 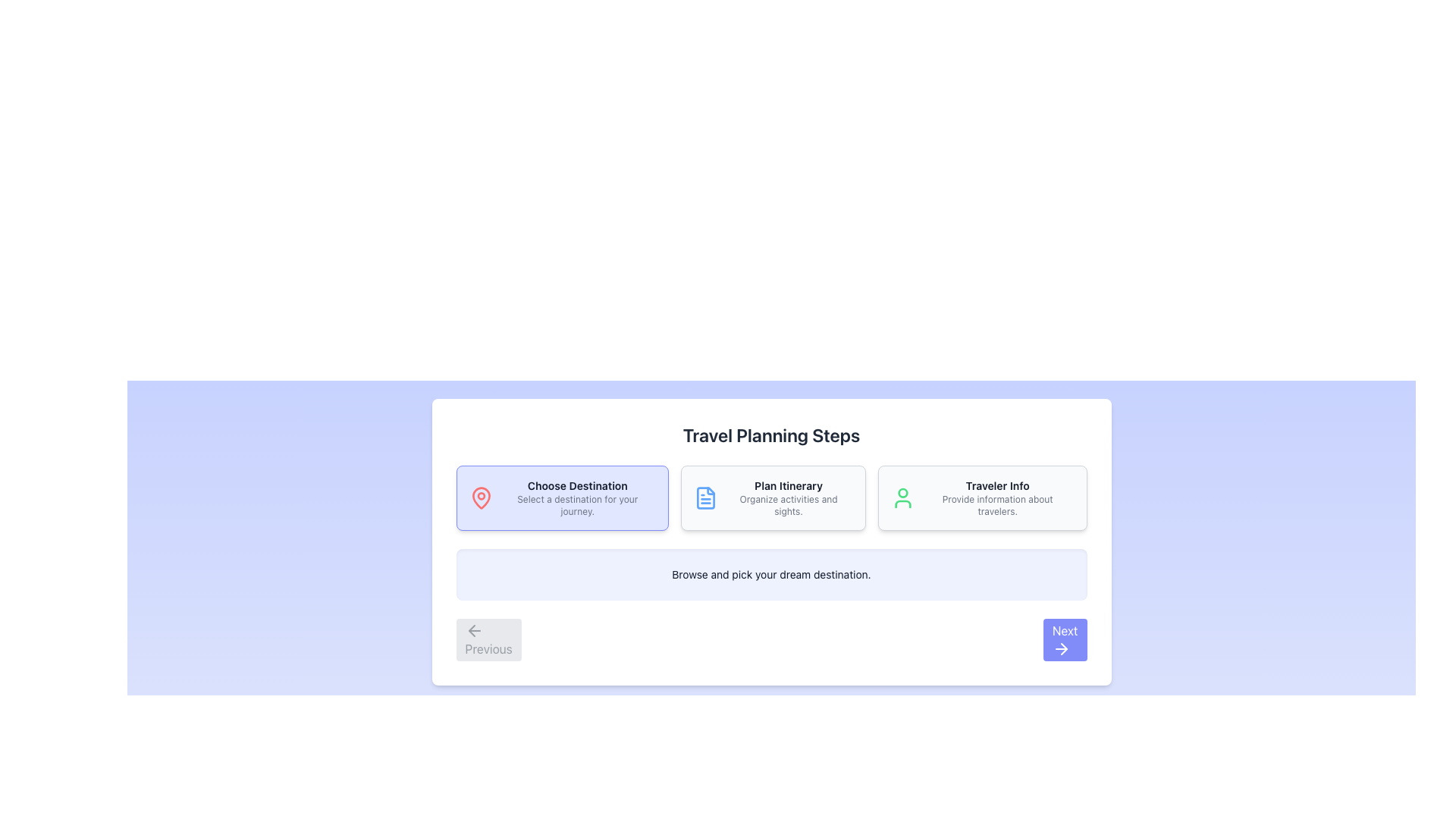 What do you see at coordinates (997, 506) in the screenshot?
I see `the static text element that reads 'Provide information about travelers.' located below the 'Traveler Info' heading in the rightmost section of the UI` at bounding box center [997, 506].